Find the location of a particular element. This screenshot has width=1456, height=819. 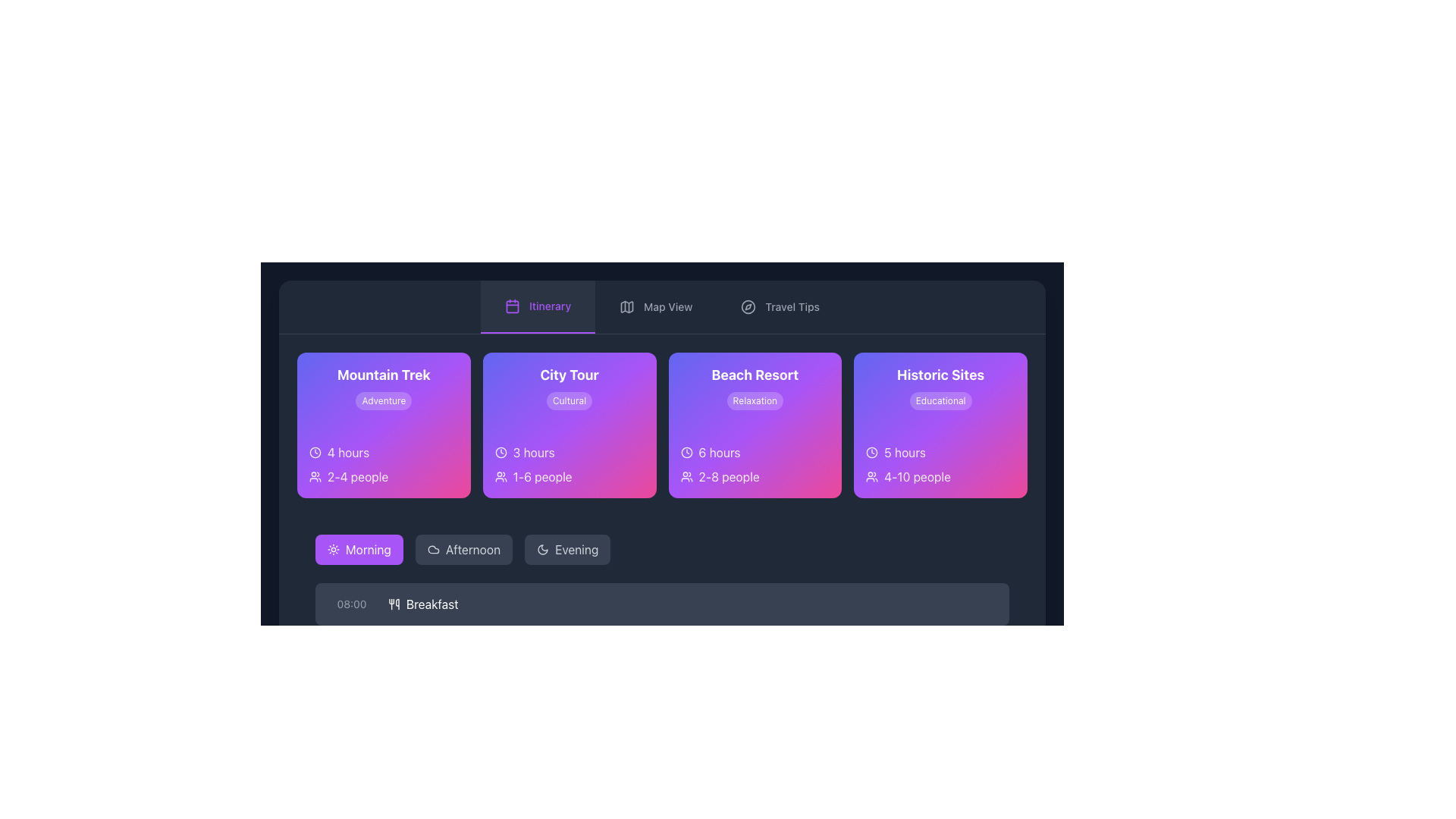

the 'Beach Resort' card, which is the third card in a horizontally aligned grid menu, positioned between the 'City Tour' and 'Historic Sites' cards is located at coordinates (755, 425).